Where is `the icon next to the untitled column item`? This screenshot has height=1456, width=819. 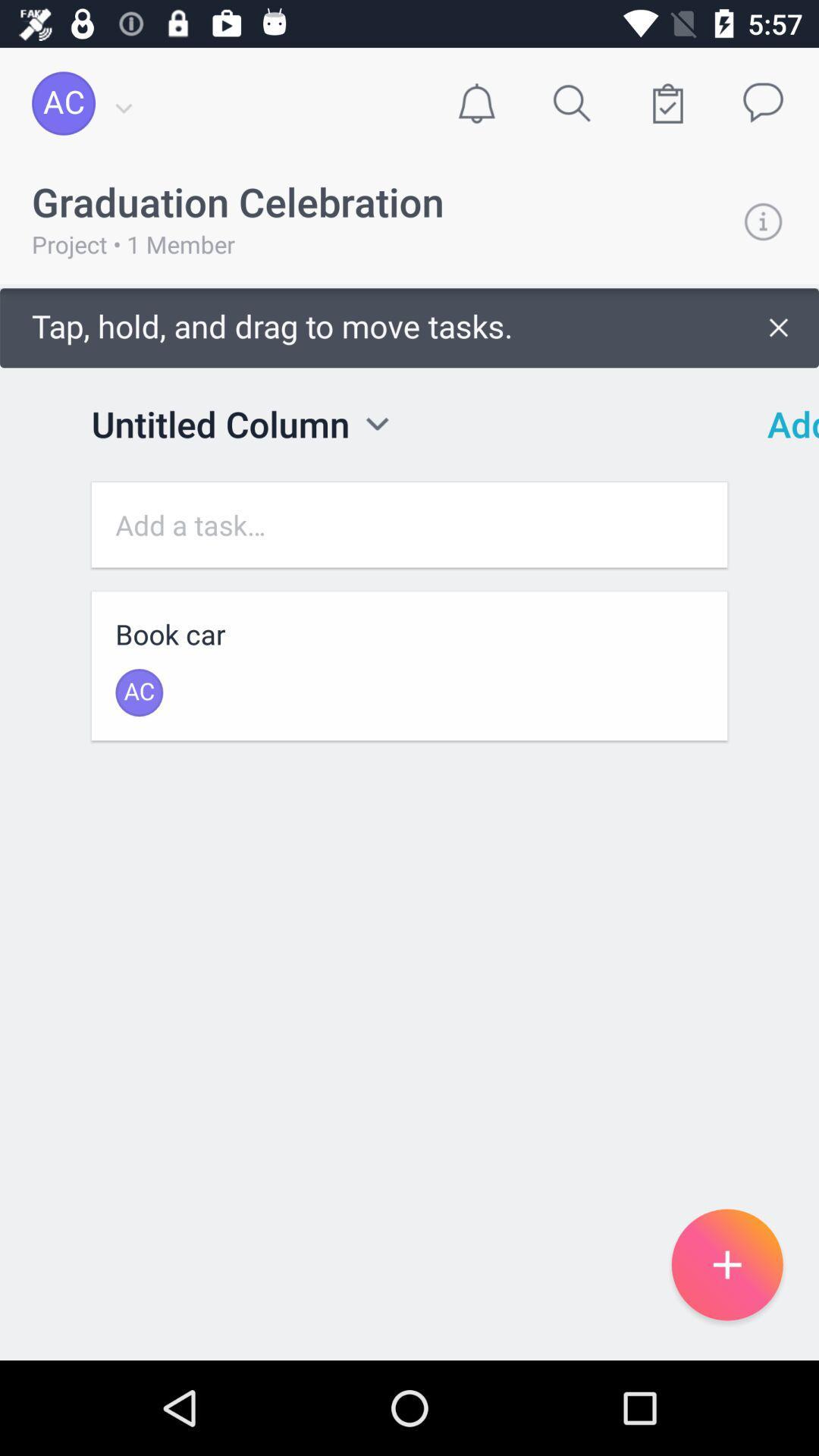 the icon next to the untitled column item is located at coordinates (376, 424).